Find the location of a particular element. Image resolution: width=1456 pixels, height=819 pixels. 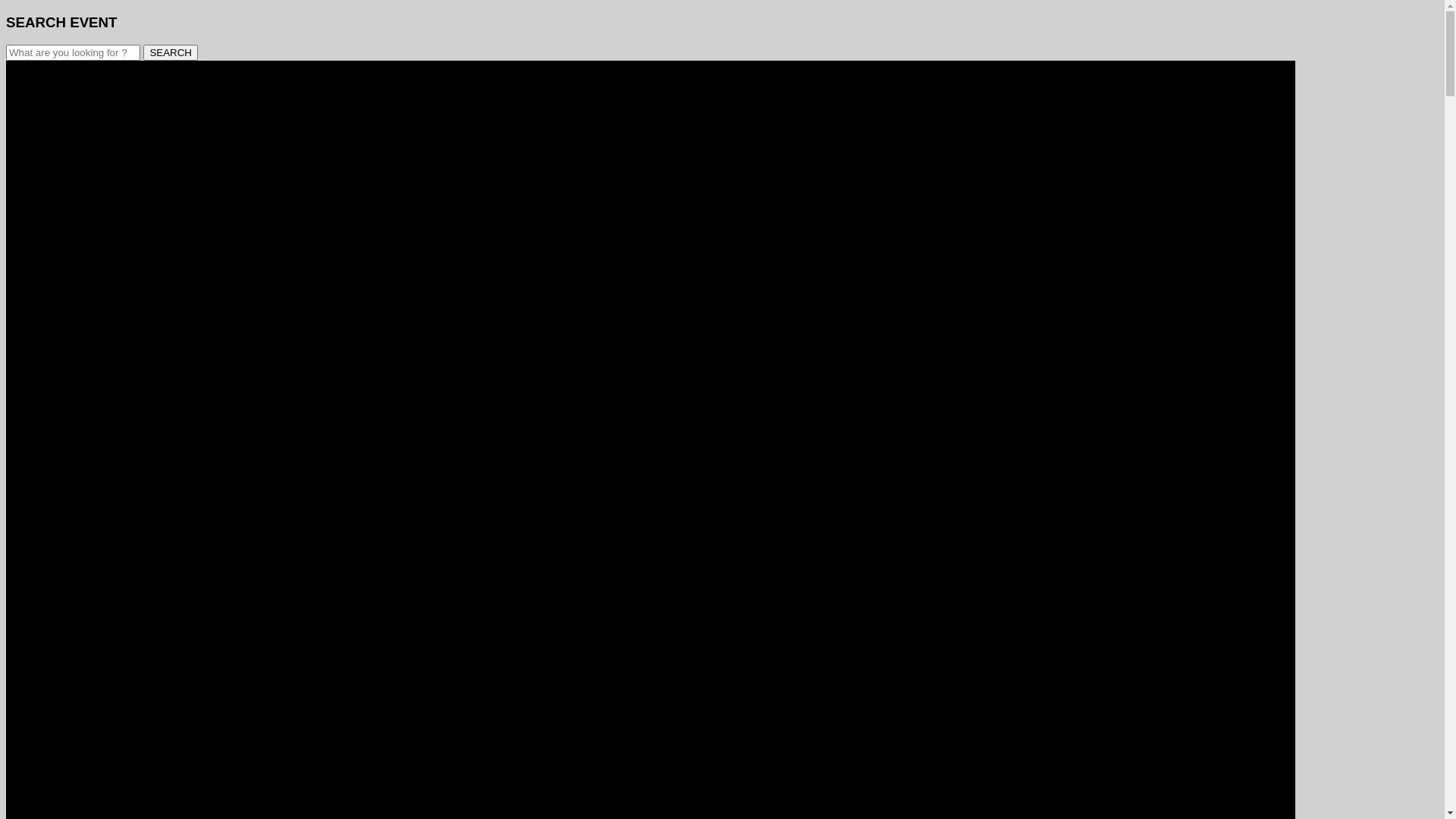

'SEARCH' is located at coordinates (171, 52).